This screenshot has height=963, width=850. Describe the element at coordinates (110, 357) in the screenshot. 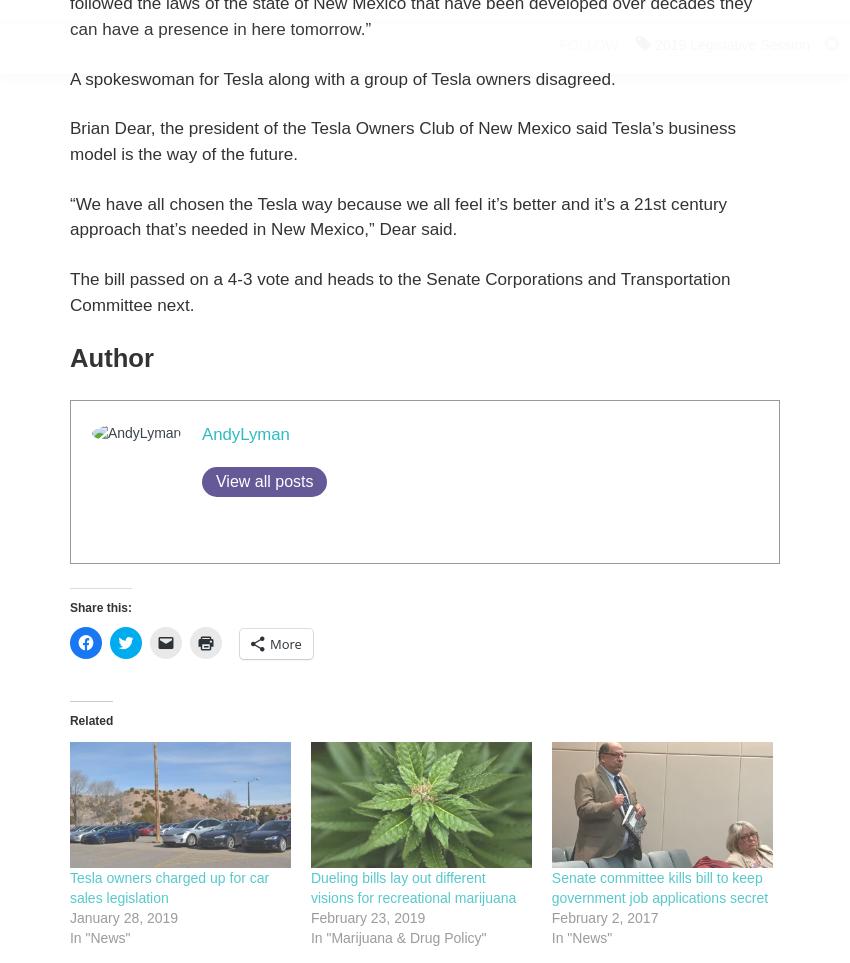

I see `'Author'` at that location.